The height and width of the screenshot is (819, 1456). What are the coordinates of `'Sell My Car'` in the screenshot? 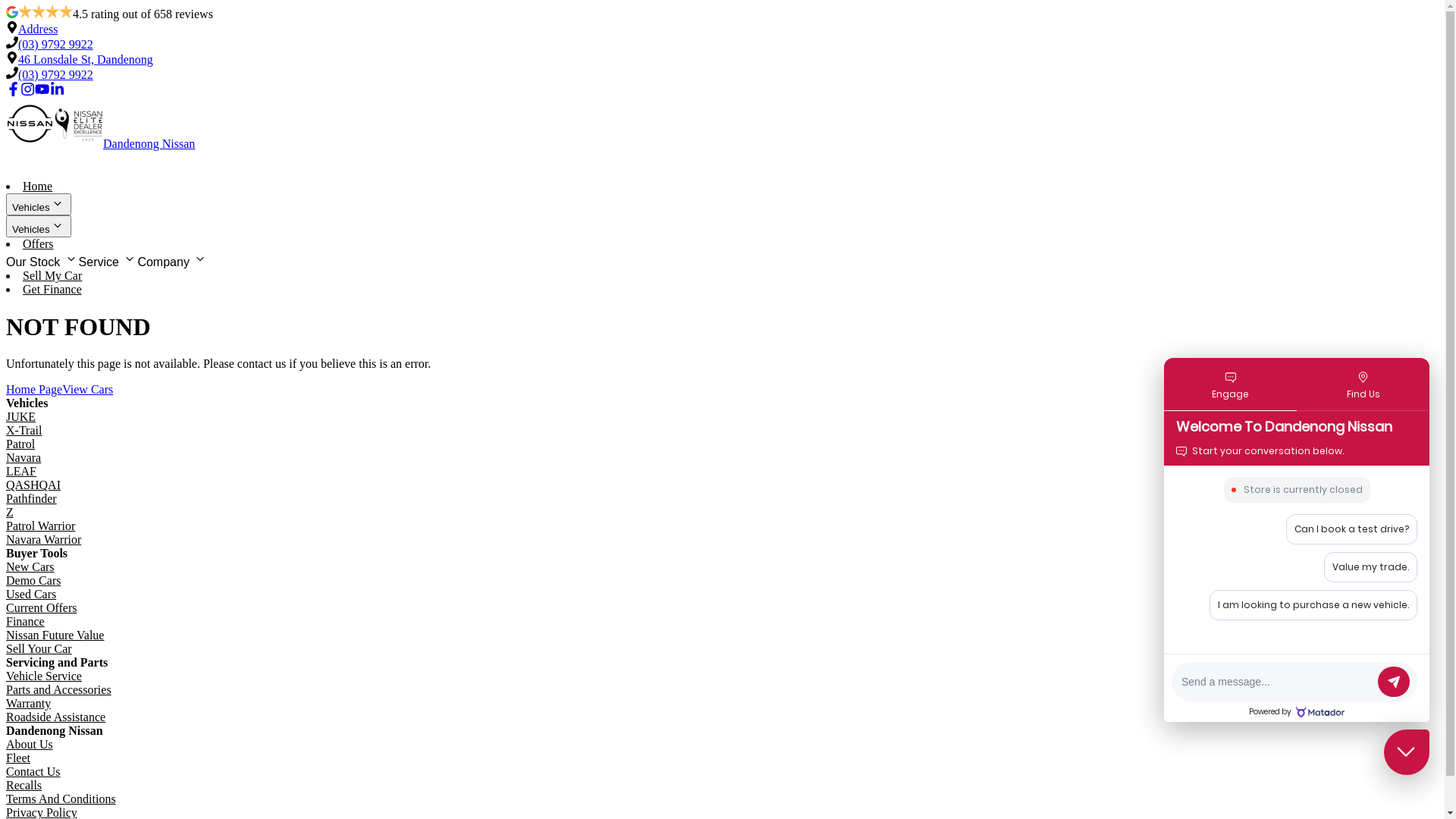 It's located at (22, 275).